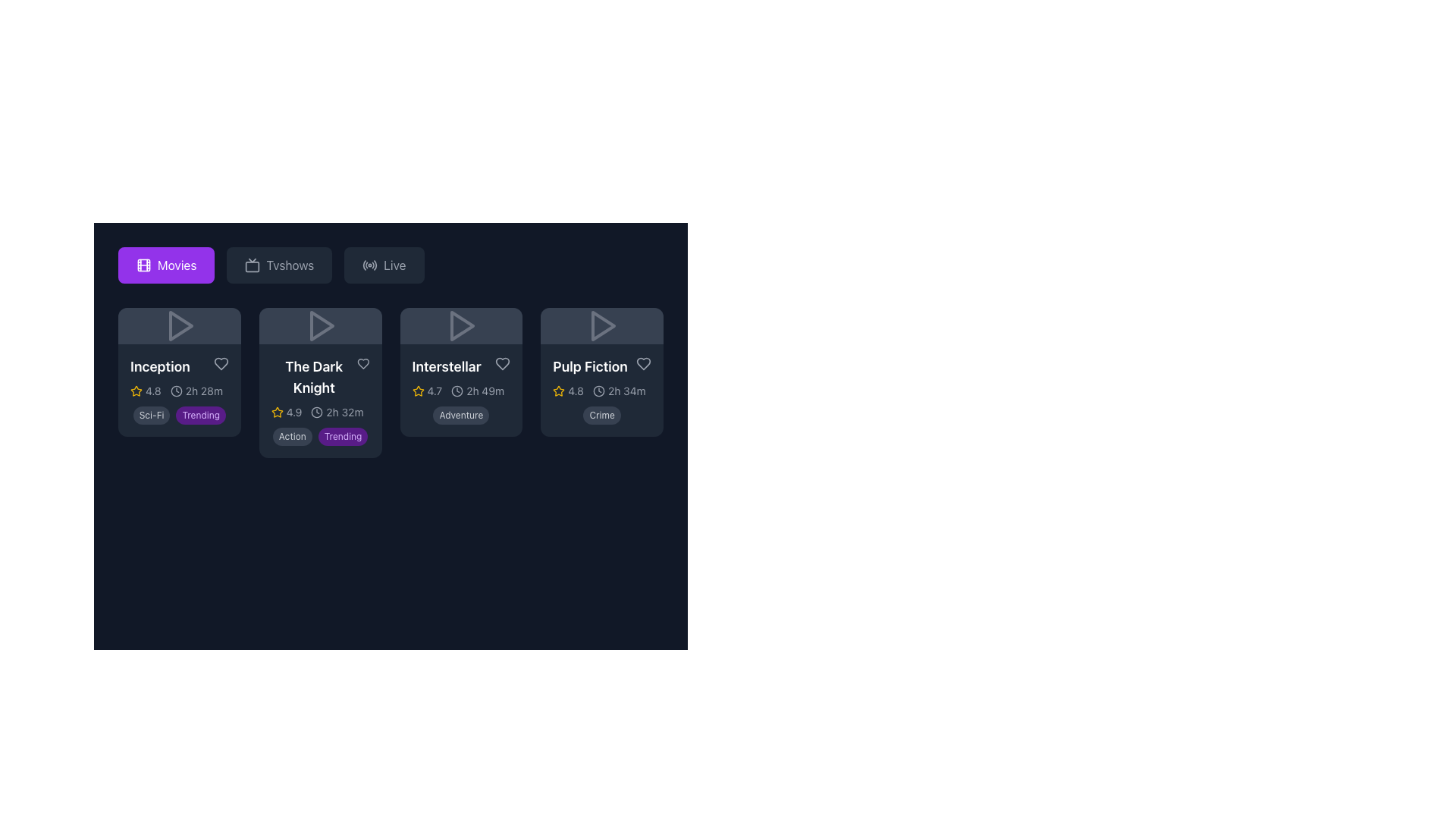  I want to click on the small, pill-shaped badge labeled 'Trending' which is positioned to the right of the 'Sci-Fi' badge at the bottom-left corner of the movie 'Inception' card, so click(200, 415).